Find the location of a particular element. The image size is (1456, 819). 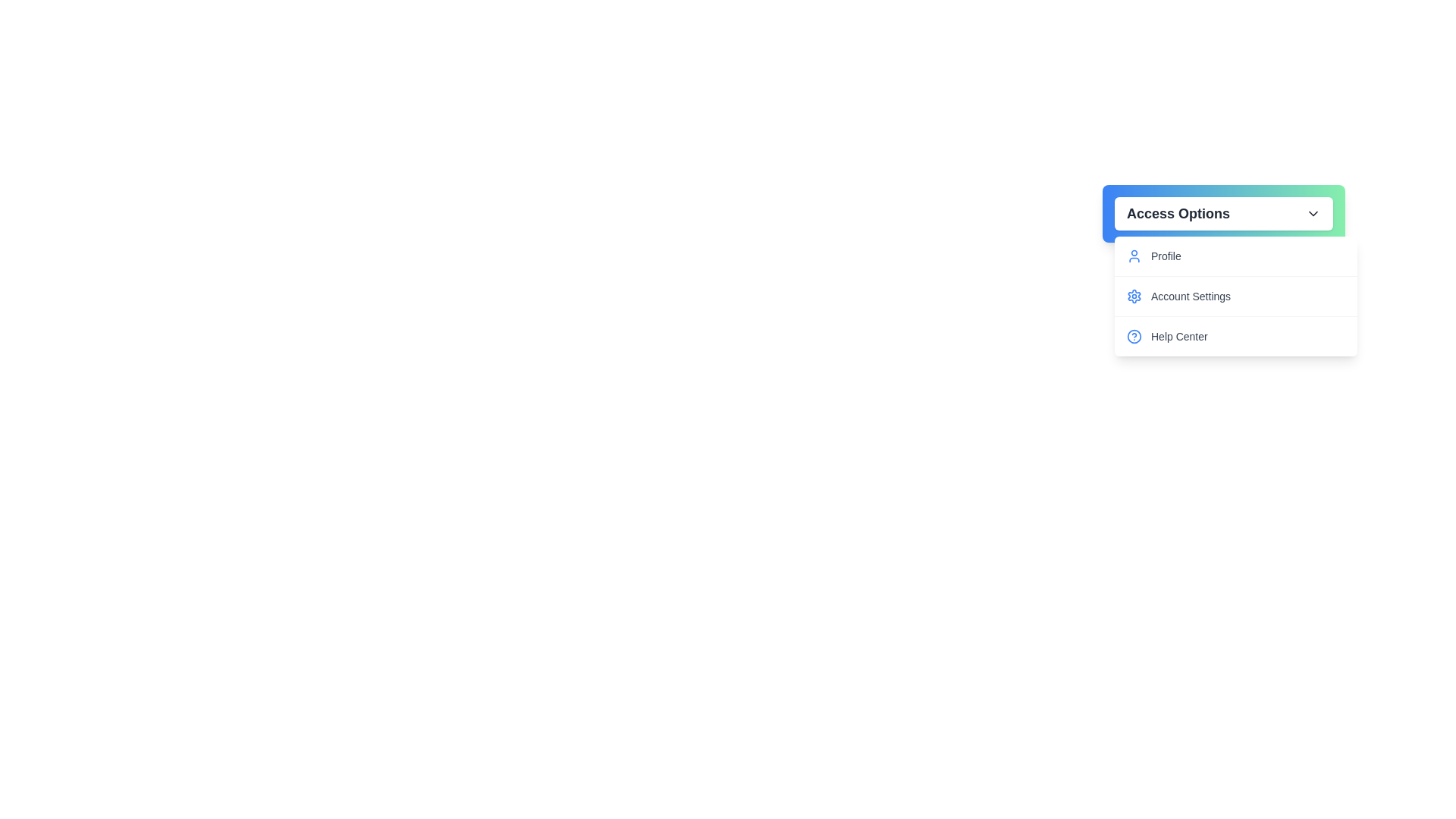

the 'Account Settings' option in the dropdown menu displayed under the 'Access Options' button, which is the second item in the list of options is located at coordinates (1236, 296).